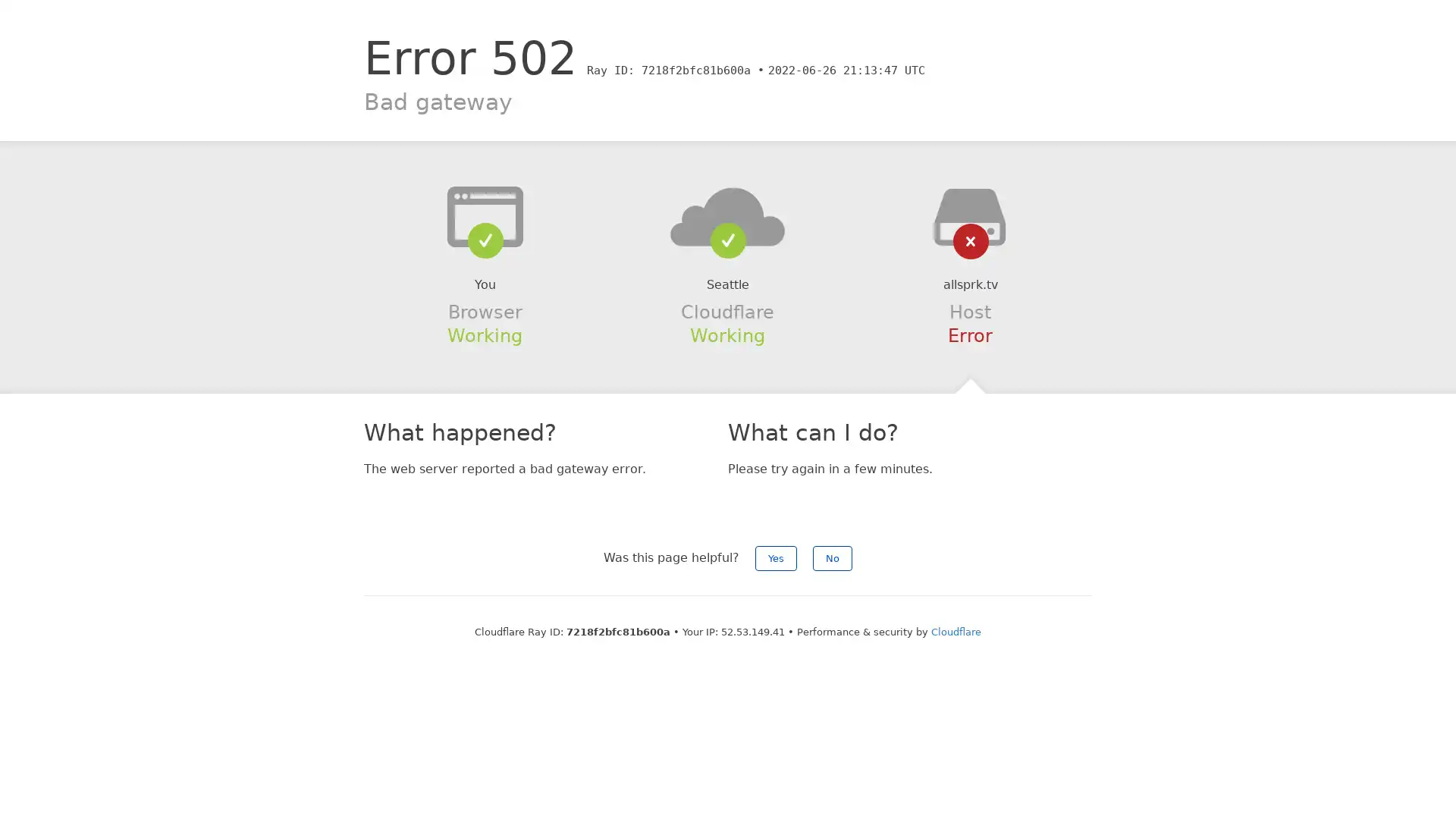 This screenshot has height=819, width=1456. What do you see at coordinates (832, 558) in the screenshot?
I see `No` at bounding box center [832, 558].